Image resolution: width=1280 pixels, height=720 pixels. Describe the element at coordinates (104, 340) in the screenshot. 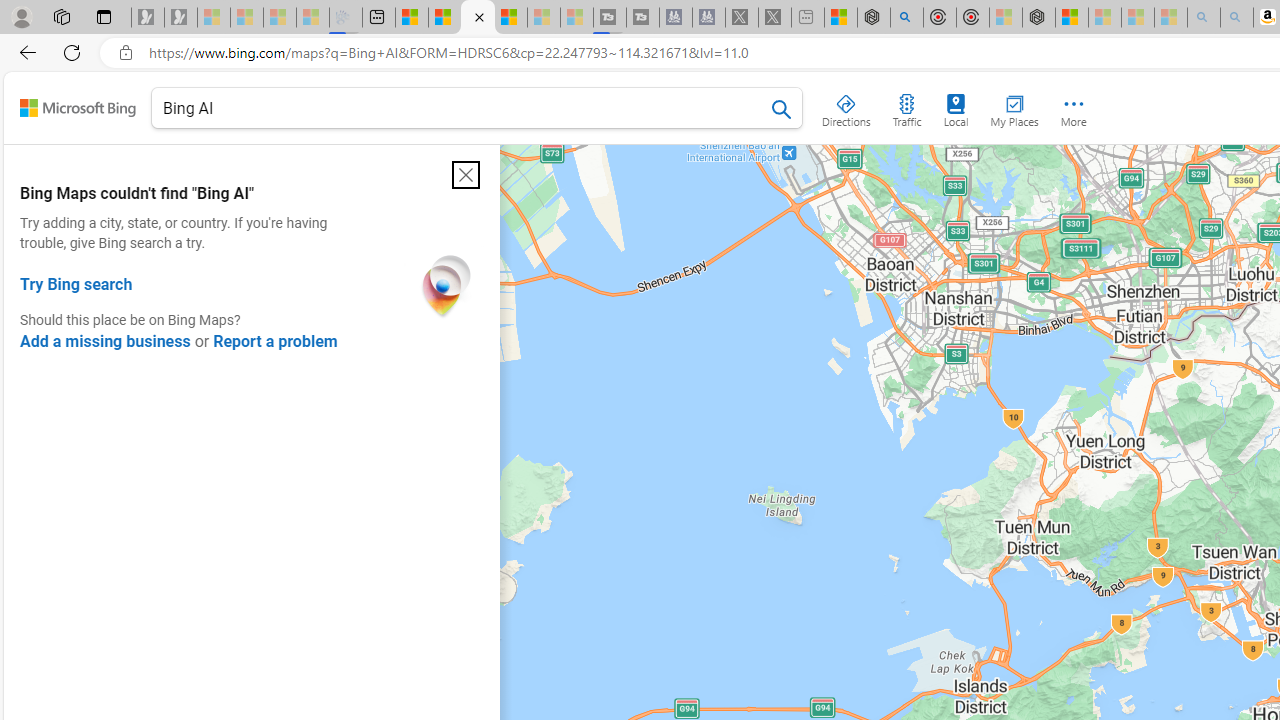

I see `'Add a missing business'` at that location.